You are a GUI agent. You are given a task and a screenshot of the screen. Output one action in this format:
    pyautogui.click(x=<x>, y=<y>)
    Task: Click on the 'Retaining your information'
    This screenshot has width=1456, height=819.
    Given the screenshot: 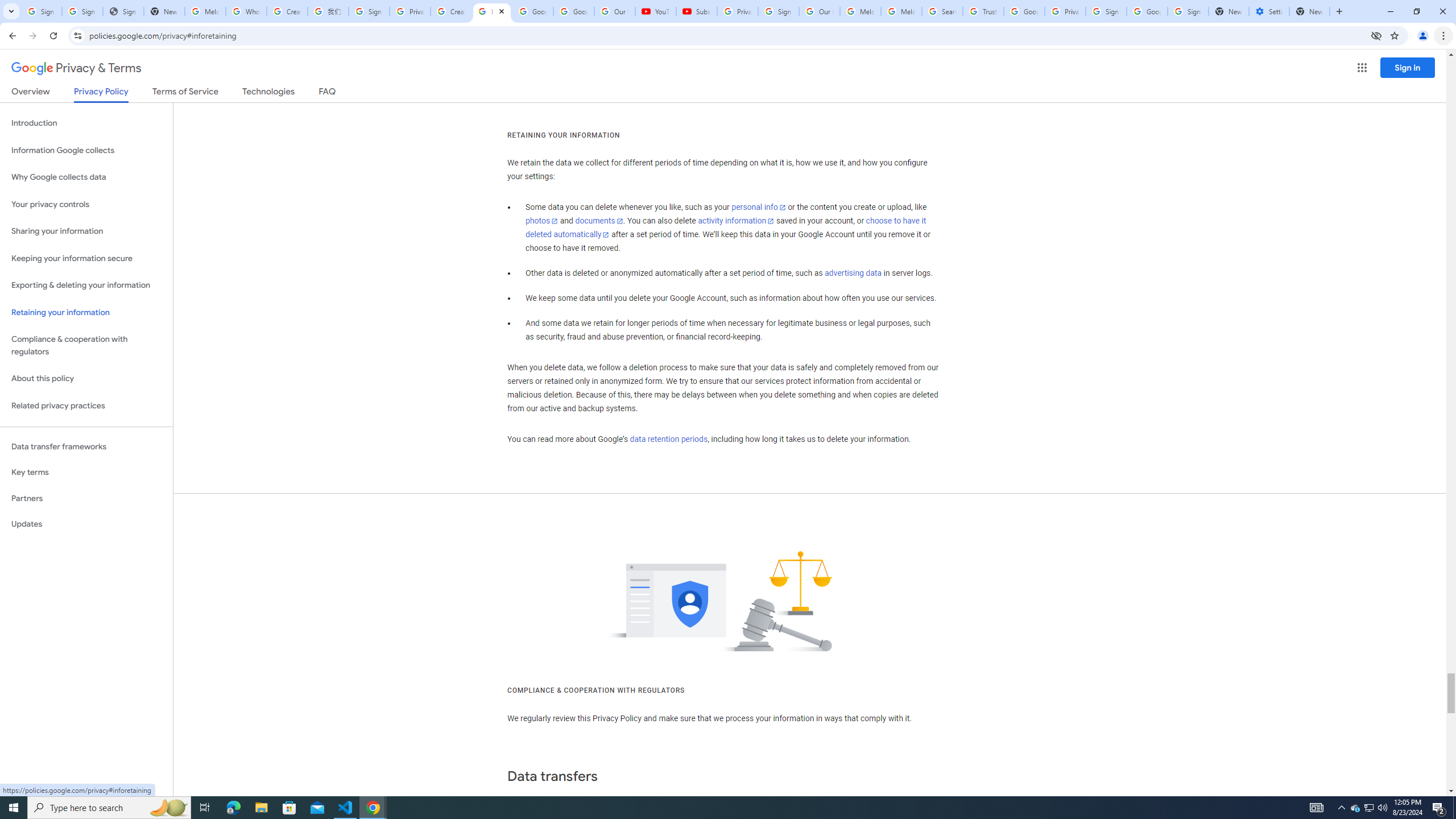 What is the action you would take?
    pyautogui.click(x=86, y=312)
    